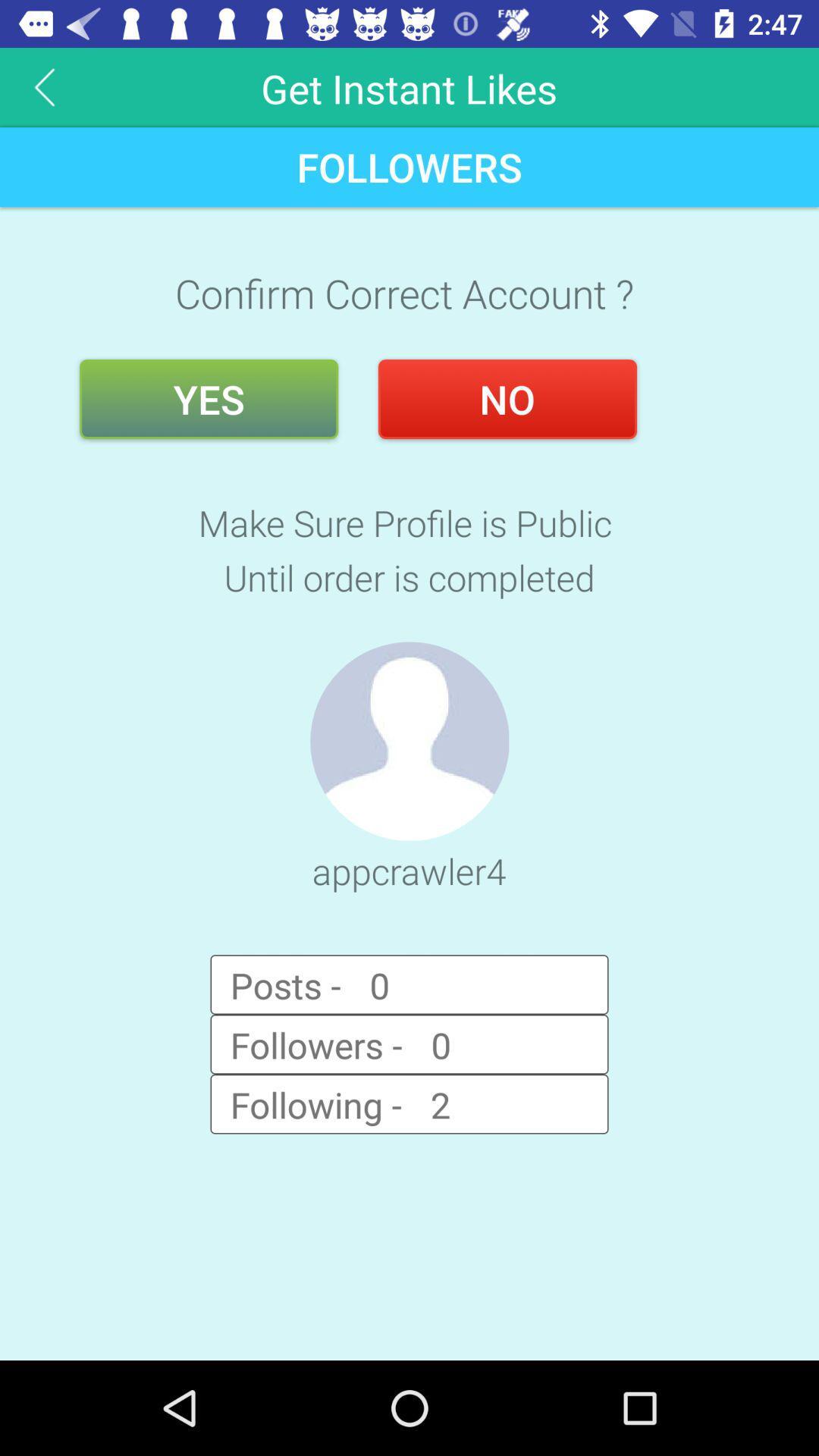 This screenshot has height=1456, width=819. Describe the element at coordinates (44, 86) in the screenshot. I see `icon next to the get instant likes item` at that location.